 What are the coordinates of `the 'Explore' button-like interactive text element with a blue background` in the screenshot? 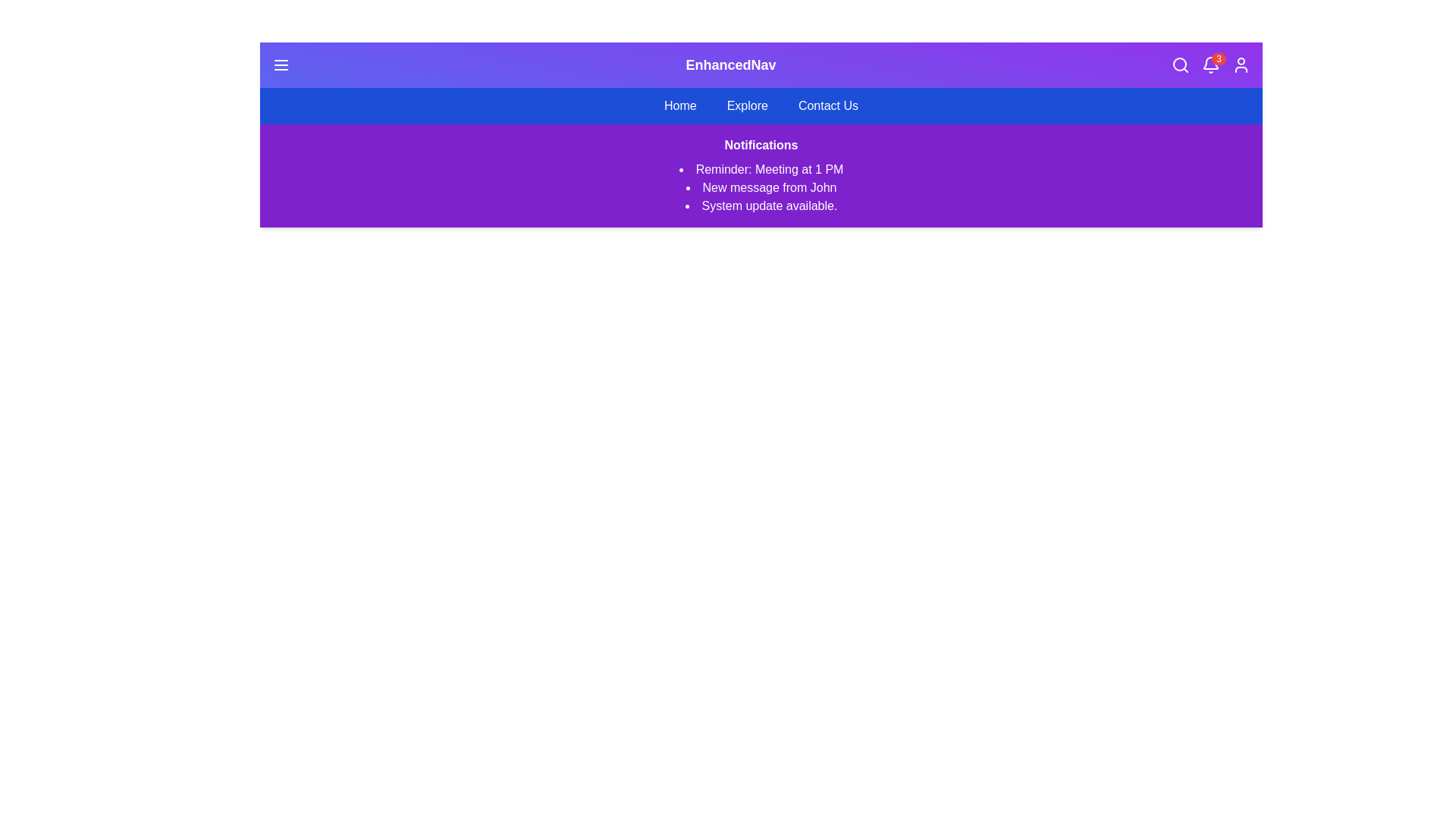 It's located at (747, 105).